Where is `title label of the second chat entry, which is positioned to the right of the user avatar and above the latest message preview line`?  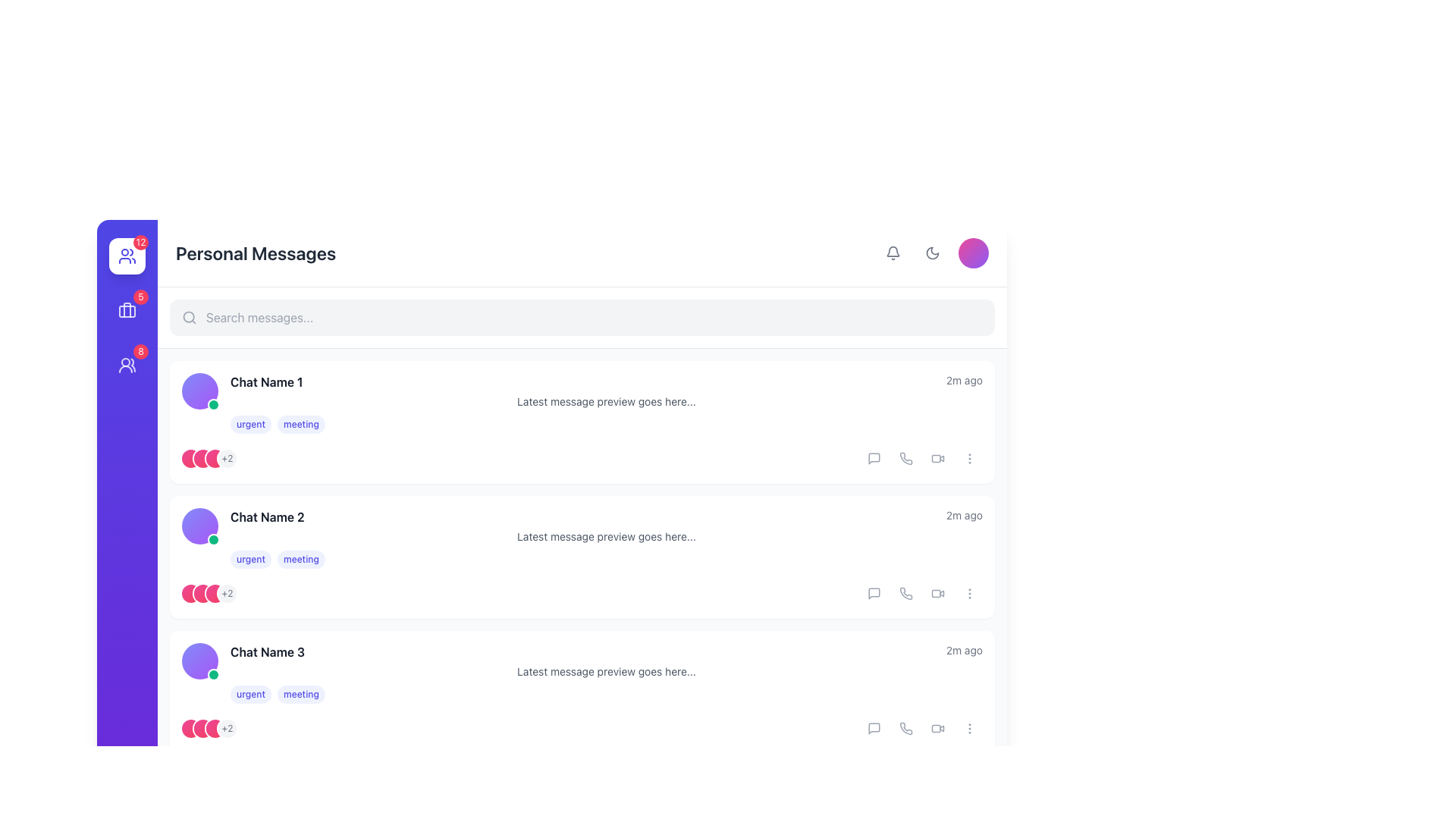
title label of the second chat entry, which is positioned to the right of the user avatar and above the latest message preview line is located at coordinates (267, 516).